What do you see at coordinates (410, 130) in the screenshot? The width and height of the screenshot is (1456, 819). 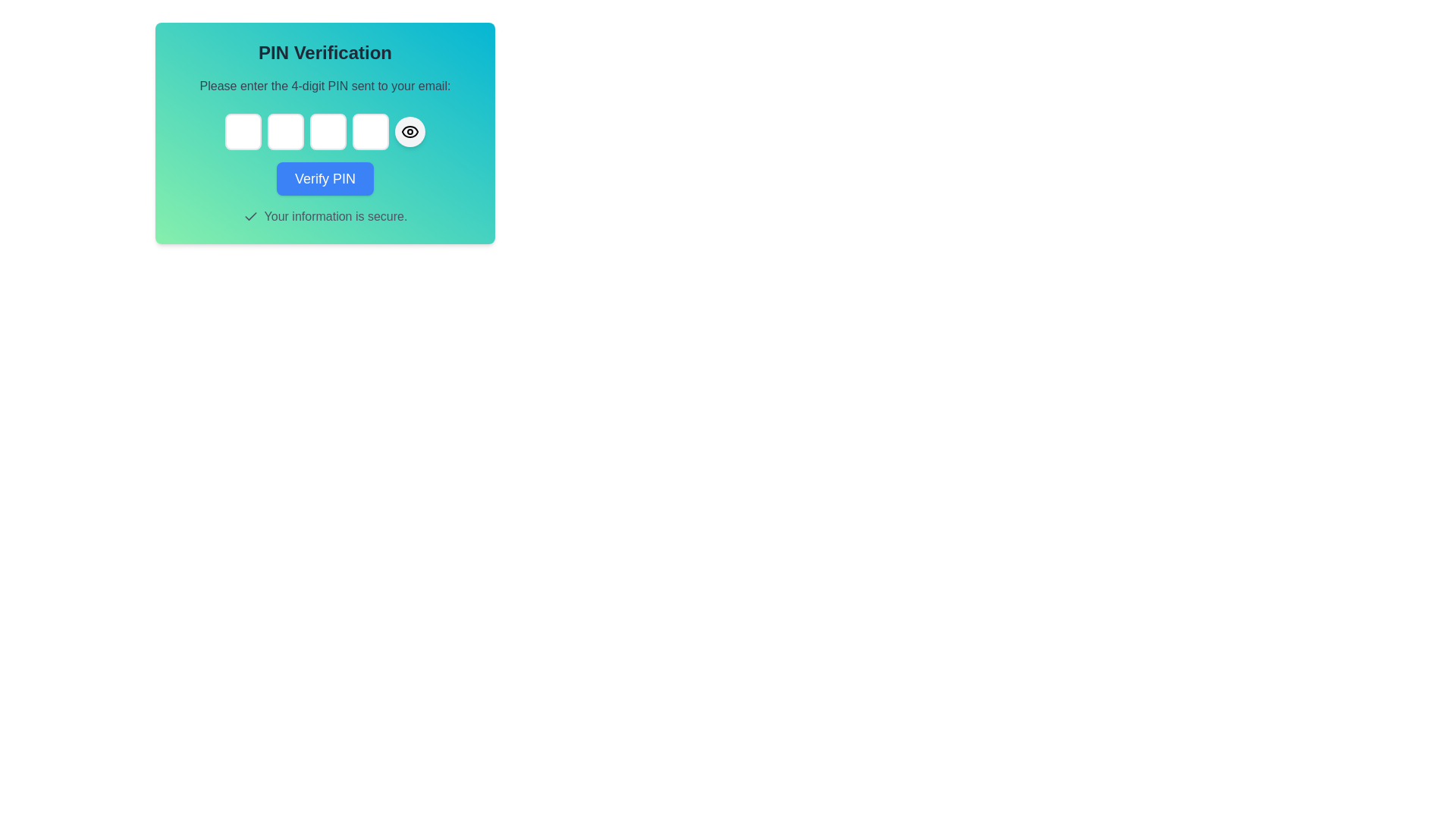 I see `the button` at bounding box center [410, 130].